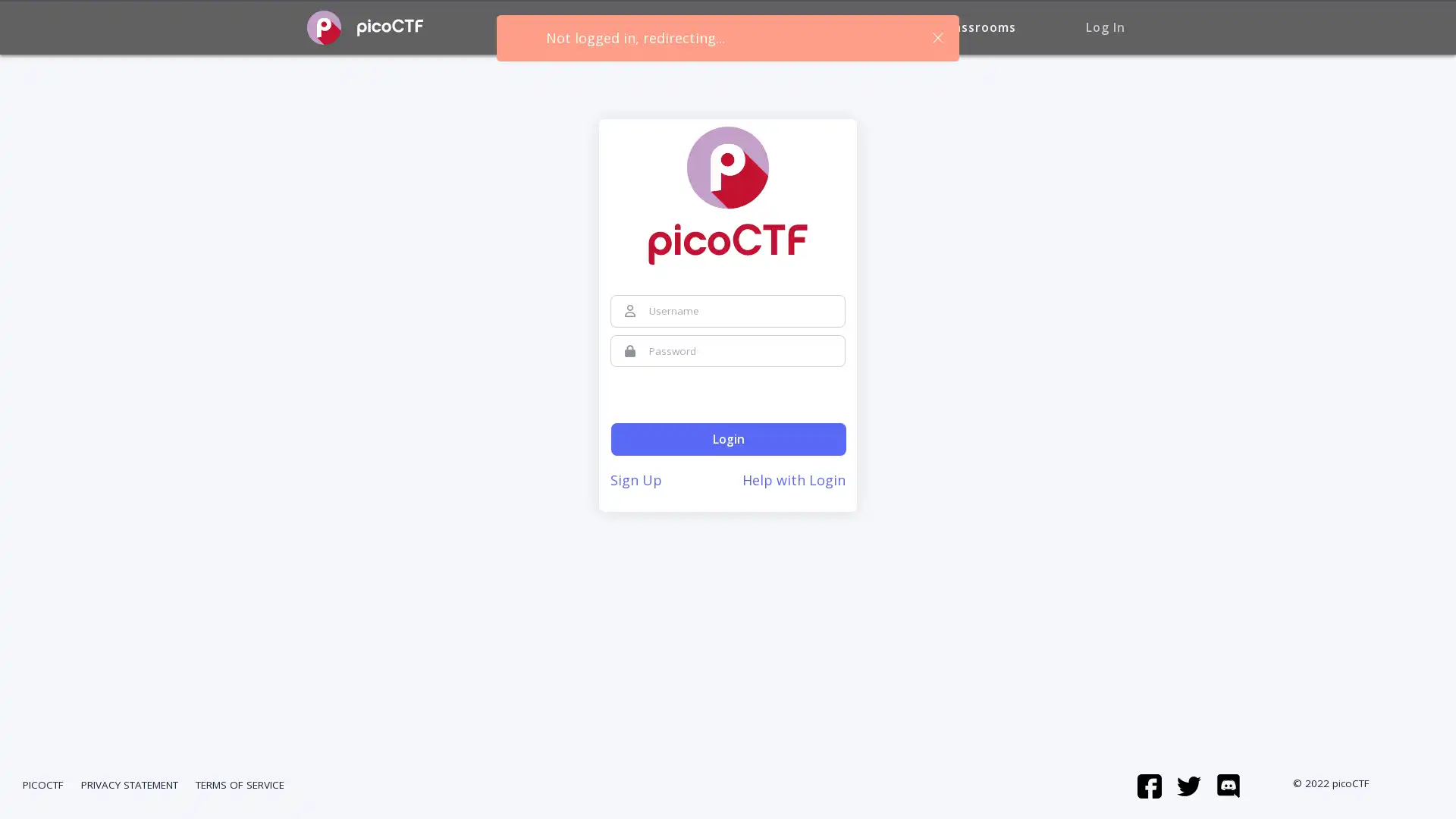 The height and width of the screenshot is (819, 1456). I want to click on Login, so click(728, 439).